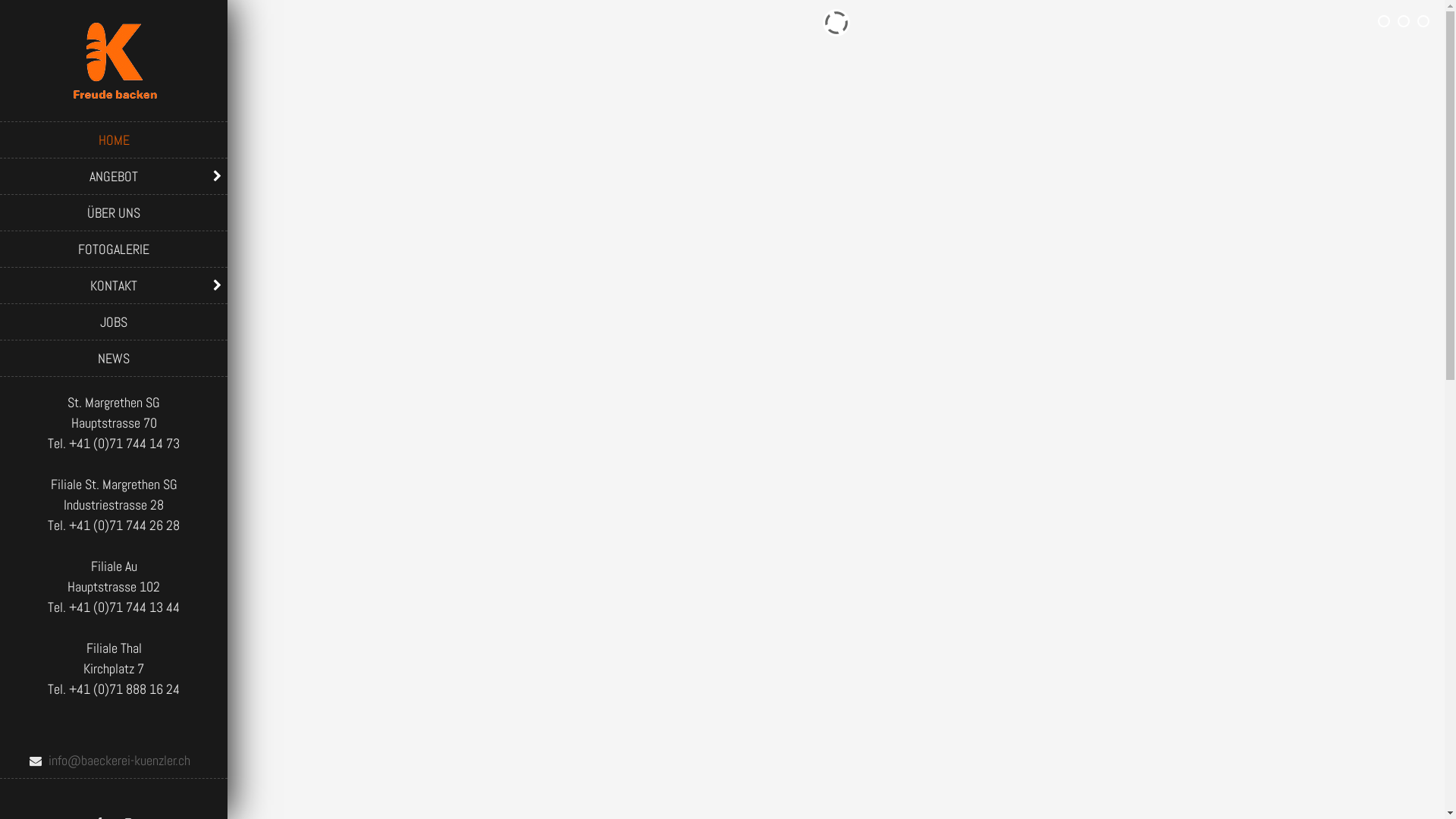 This screenshot has height=819, width=1456. I want to click on '+41 (0)71 744 14 73', so click(124, 443).